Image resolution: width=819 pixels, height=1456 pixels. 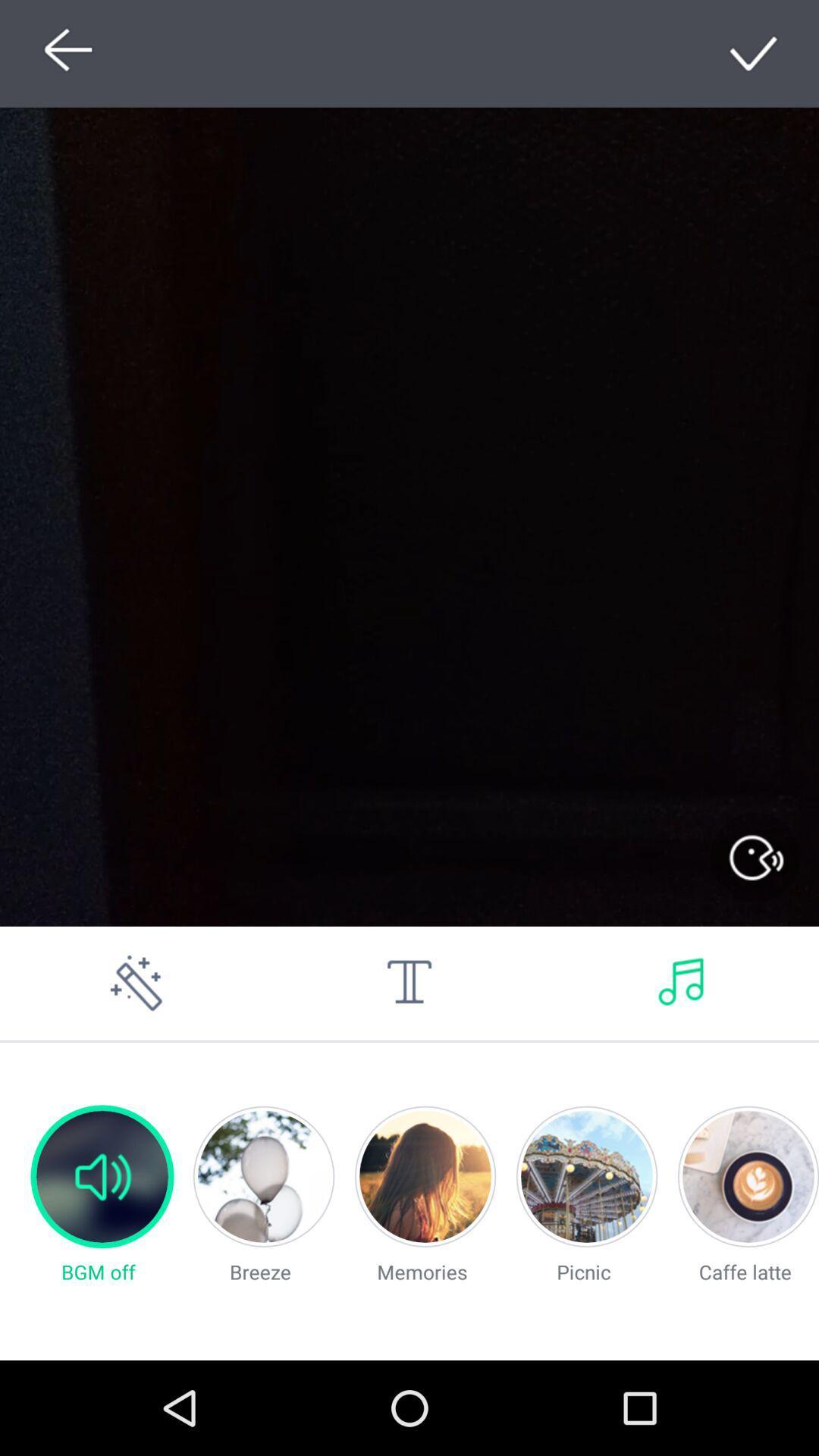 What do you see at coordinates (409, 983) in the screenshot?
I see `write text` at bounding box center [409, 983].